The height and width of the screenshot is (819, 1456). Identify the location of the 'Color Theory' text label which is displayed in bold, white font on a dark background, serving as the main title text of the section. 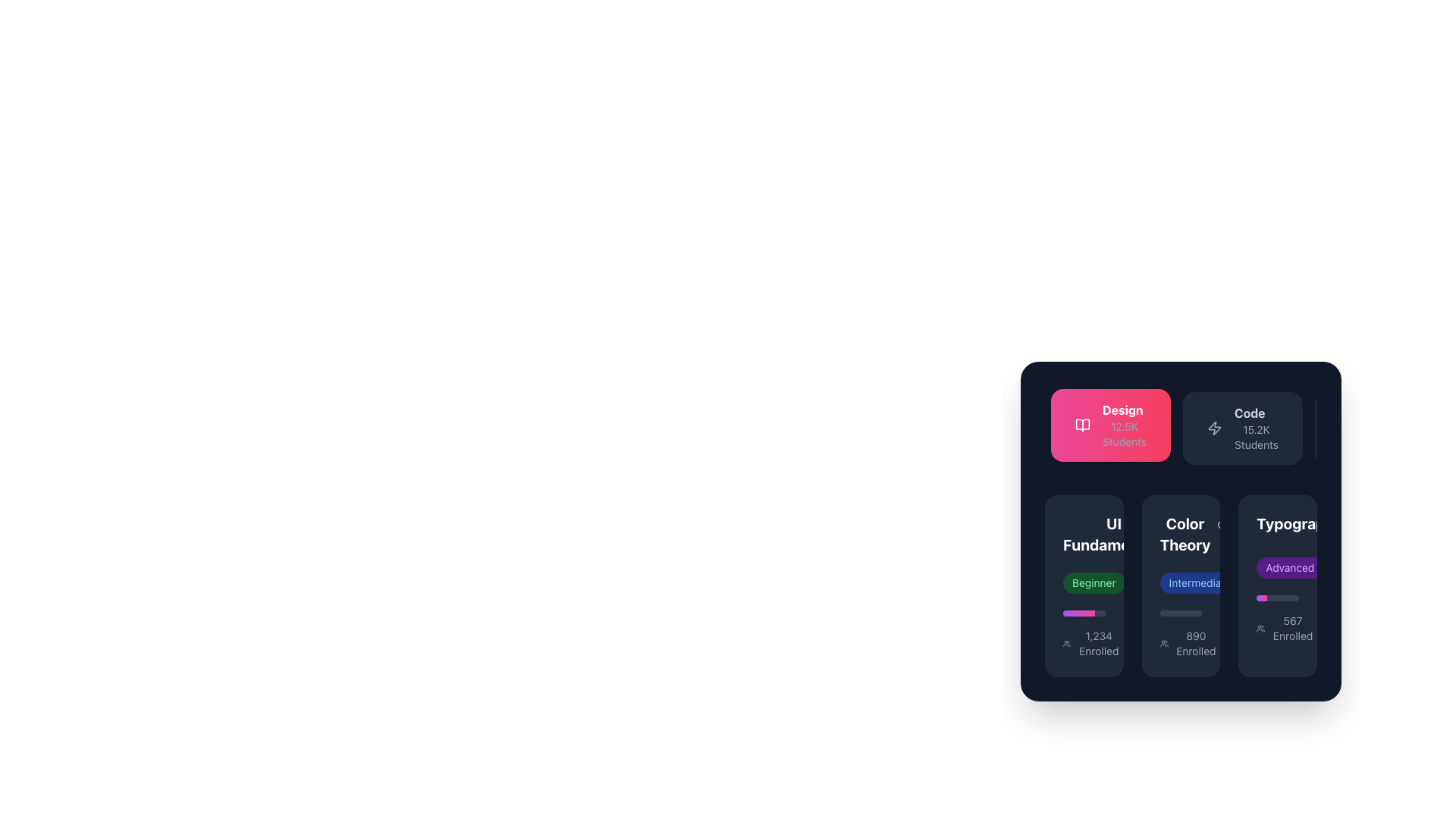
(1180, 534).